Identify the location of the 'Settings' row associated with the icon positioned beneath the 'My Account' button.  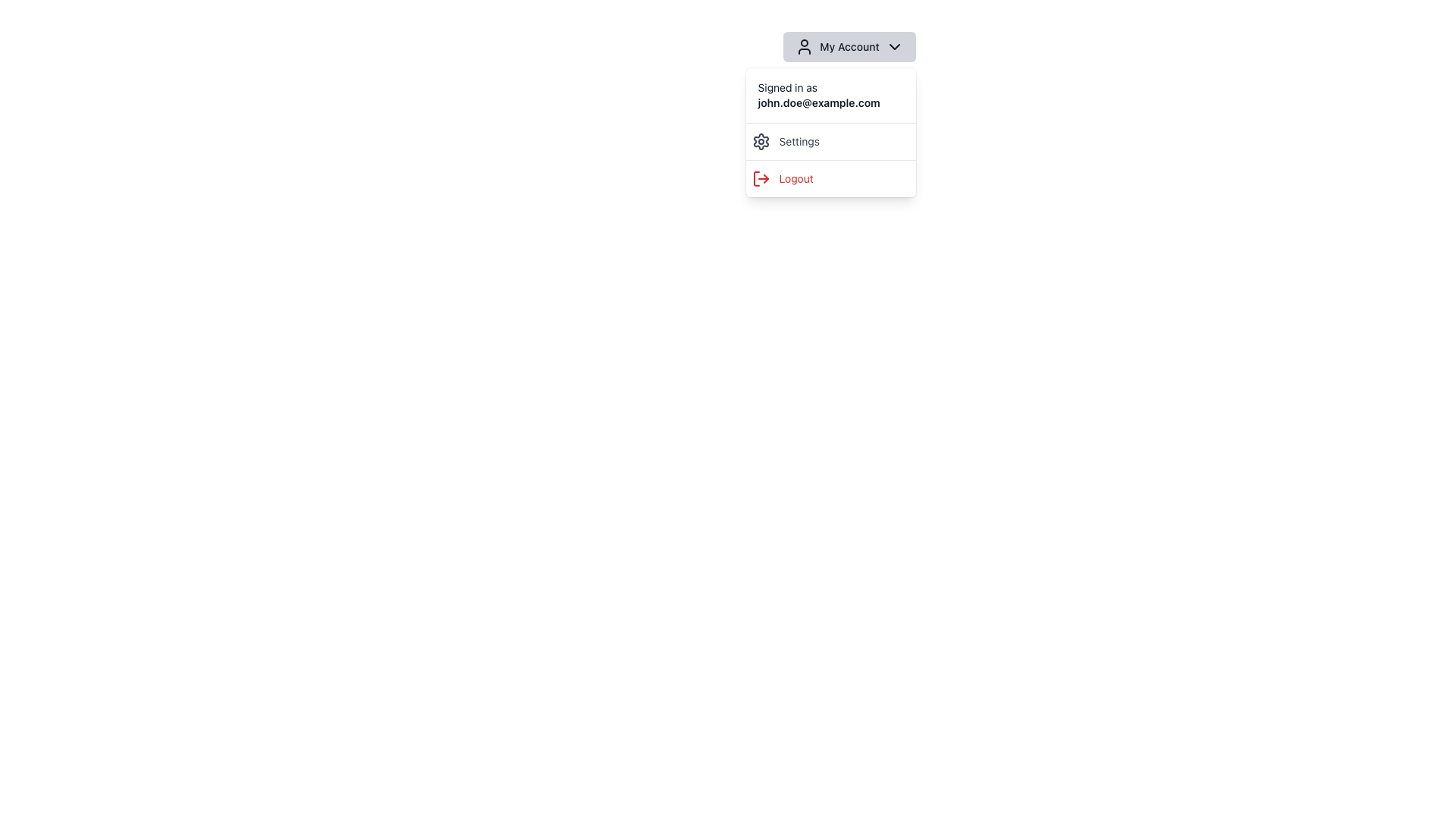
(761, 141).